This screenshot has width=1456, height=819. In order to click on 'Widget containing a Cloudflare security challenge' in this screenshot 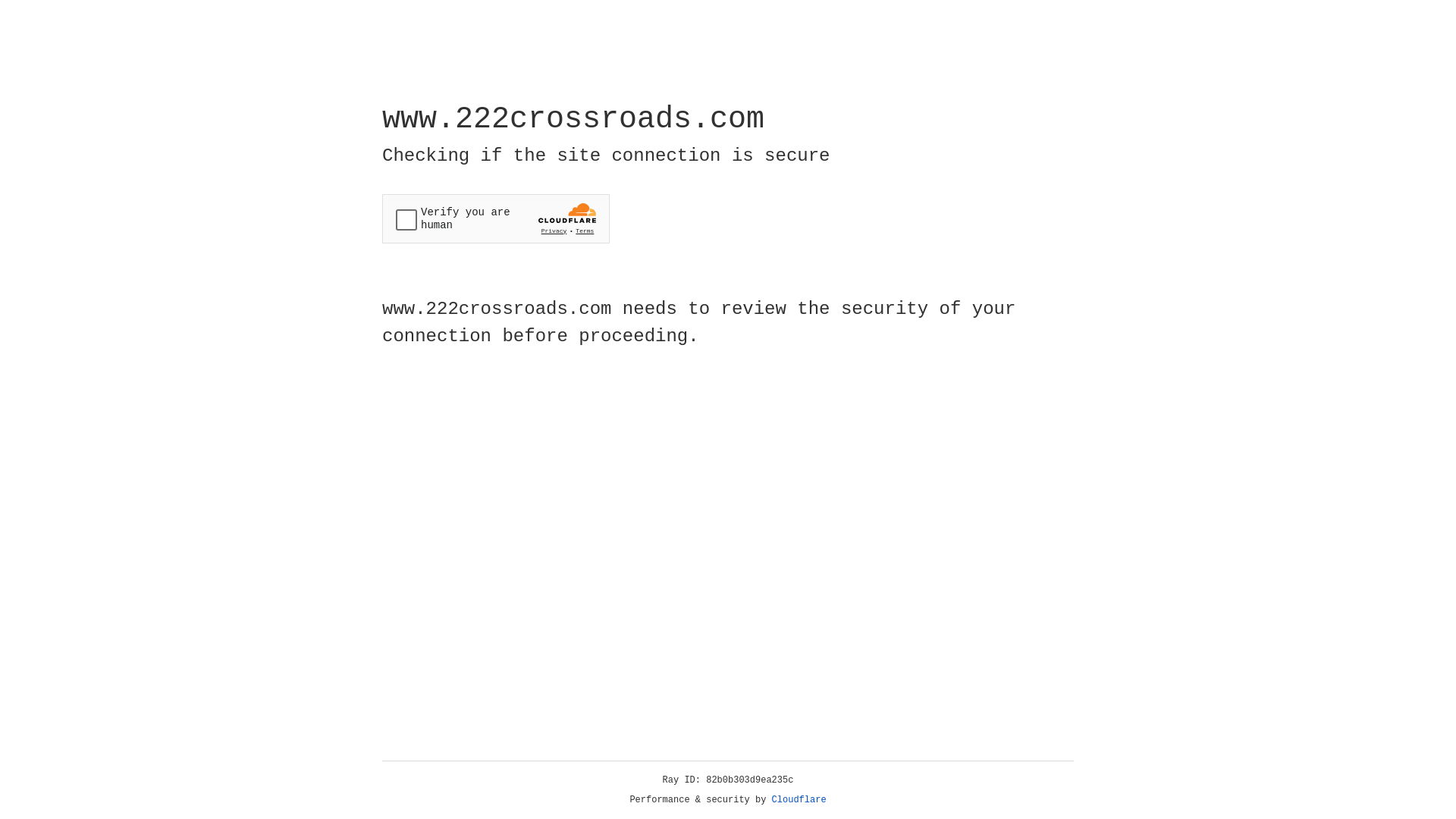, I will do `click(495, 218)`.